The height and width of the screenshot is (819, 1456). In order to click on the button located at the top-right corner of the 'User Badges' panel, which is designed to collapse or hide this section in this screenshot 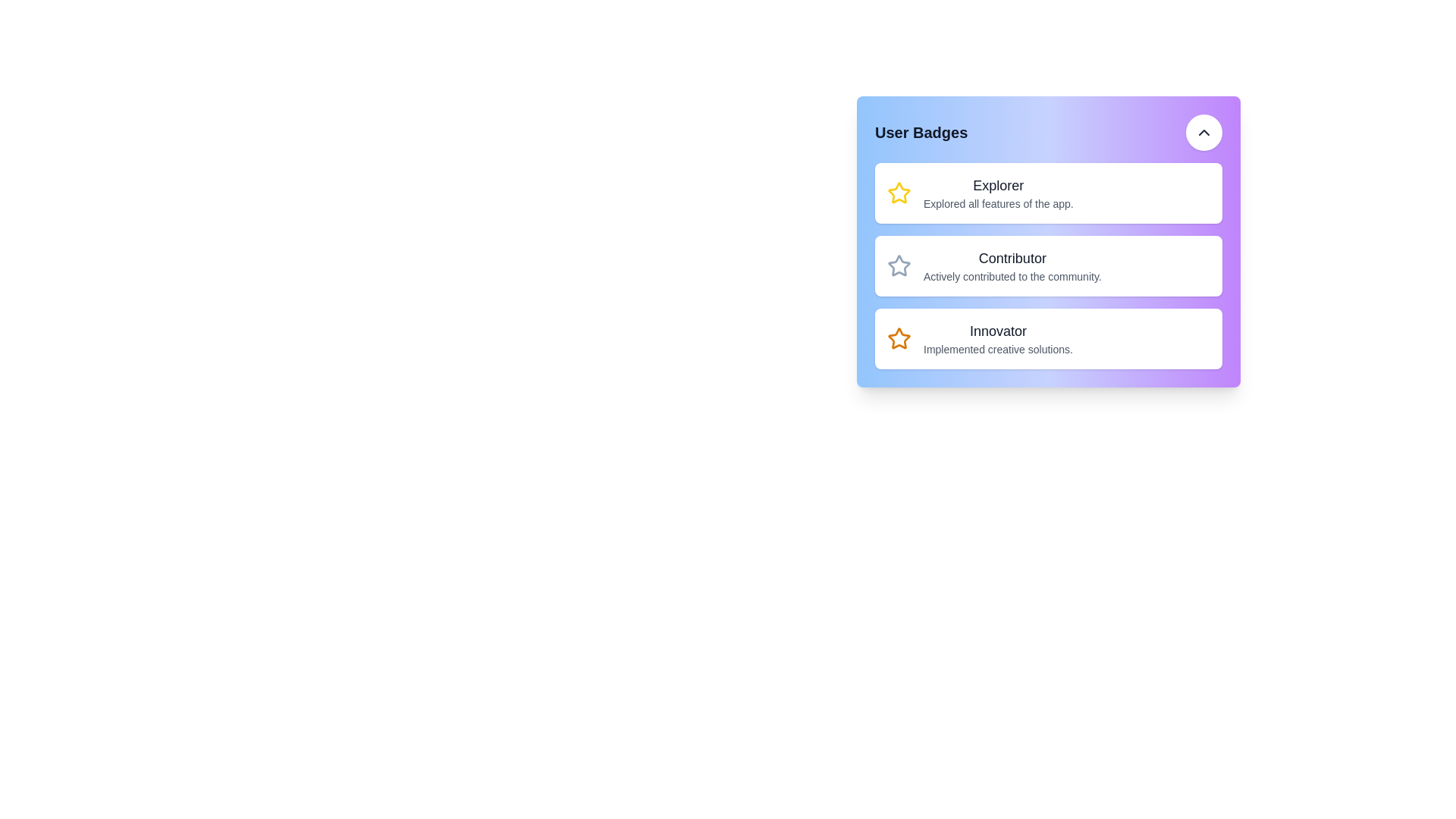, I will do `click(1203, 131)`.